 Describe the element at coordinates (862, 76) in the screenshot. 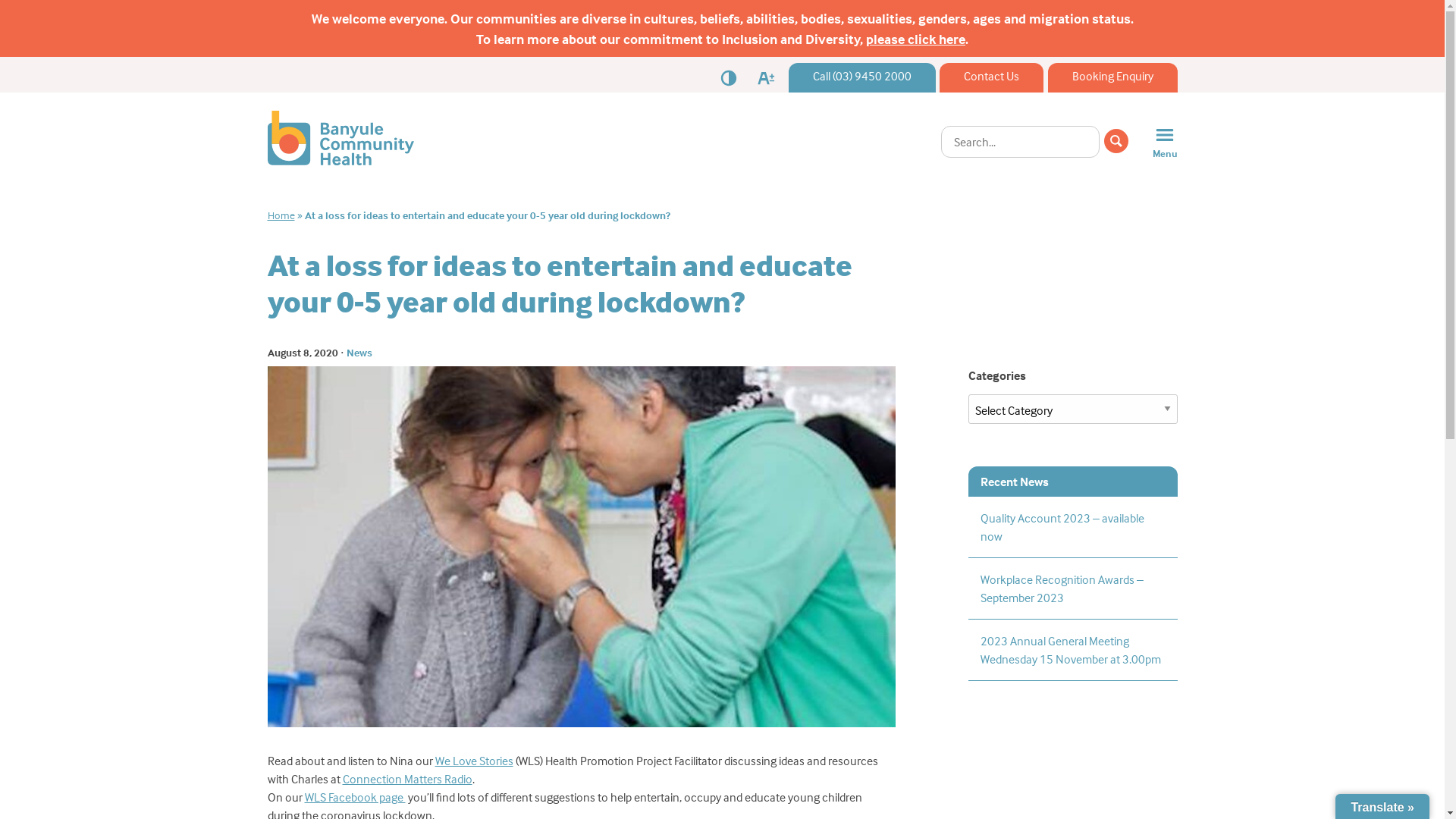

I see `'Call (03) 9450 2000'` at that location.